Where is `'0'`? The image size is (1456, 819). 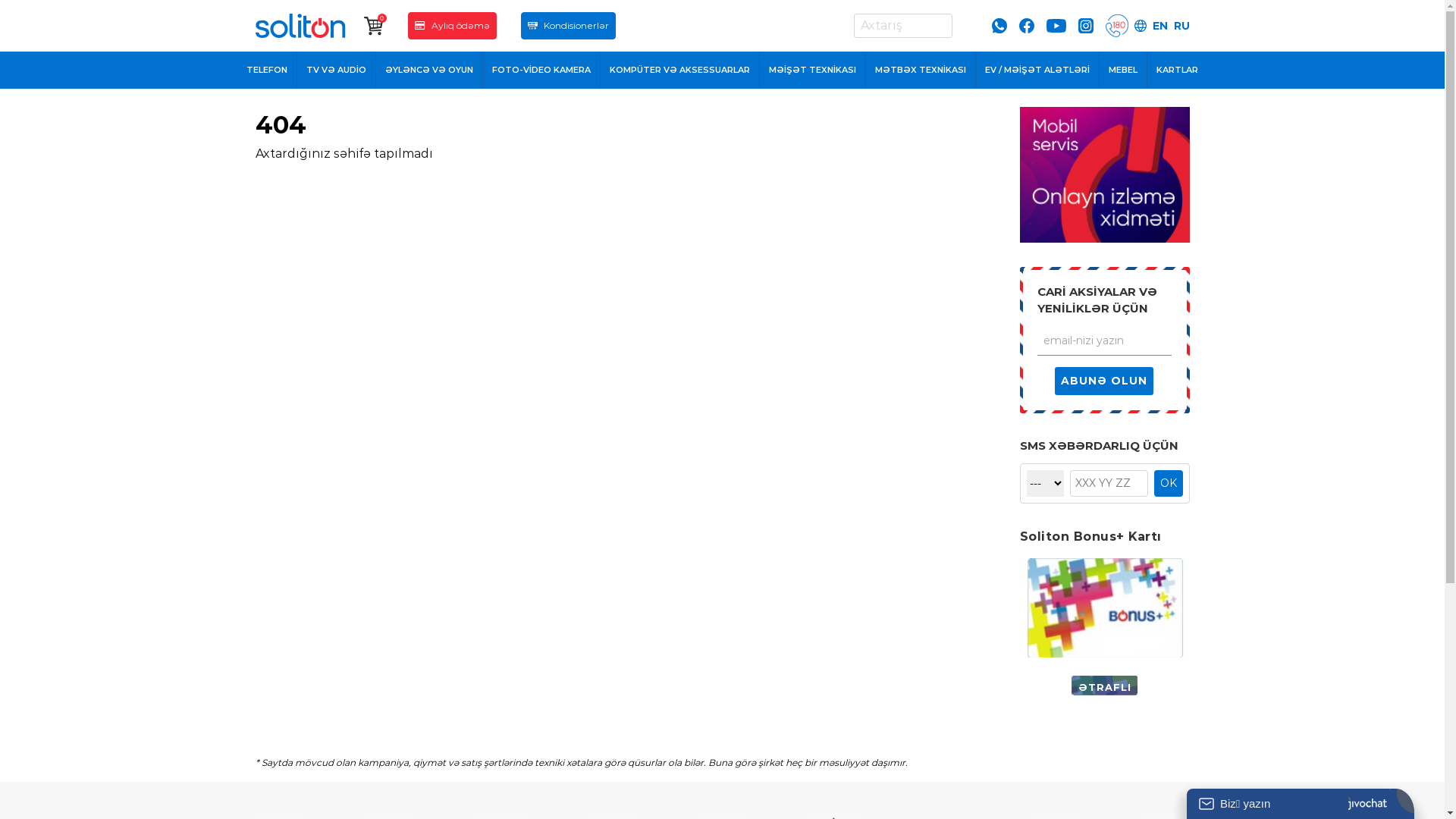
'0' is located at coordinates (374, 26).